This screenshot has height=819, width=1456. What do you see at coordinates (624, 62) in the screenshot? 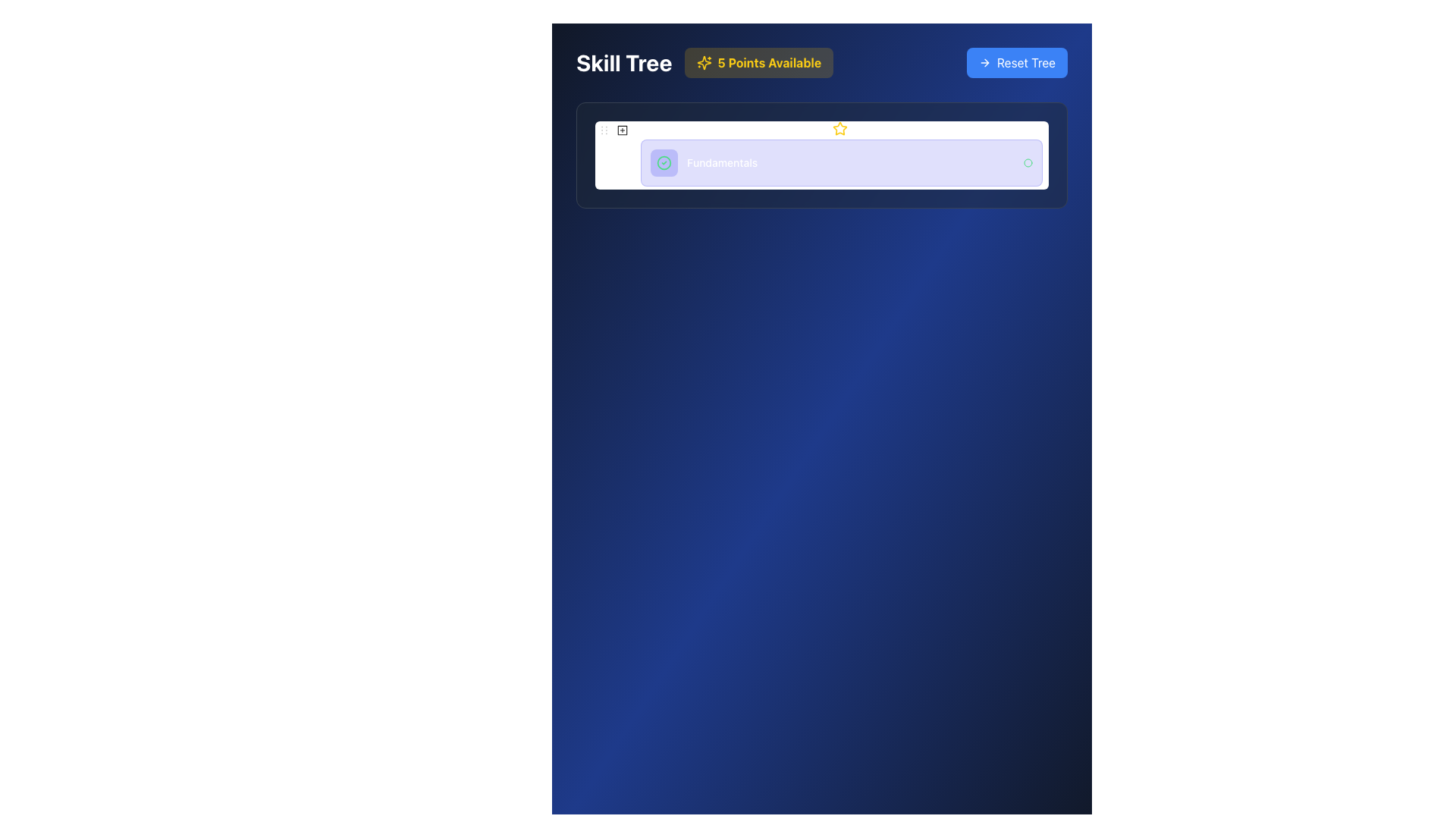
I see `the bold, white text label 'Skill Tree' at the top-left of the interface to possibly reveal additional visual effects` at bounding box center [624, 62].